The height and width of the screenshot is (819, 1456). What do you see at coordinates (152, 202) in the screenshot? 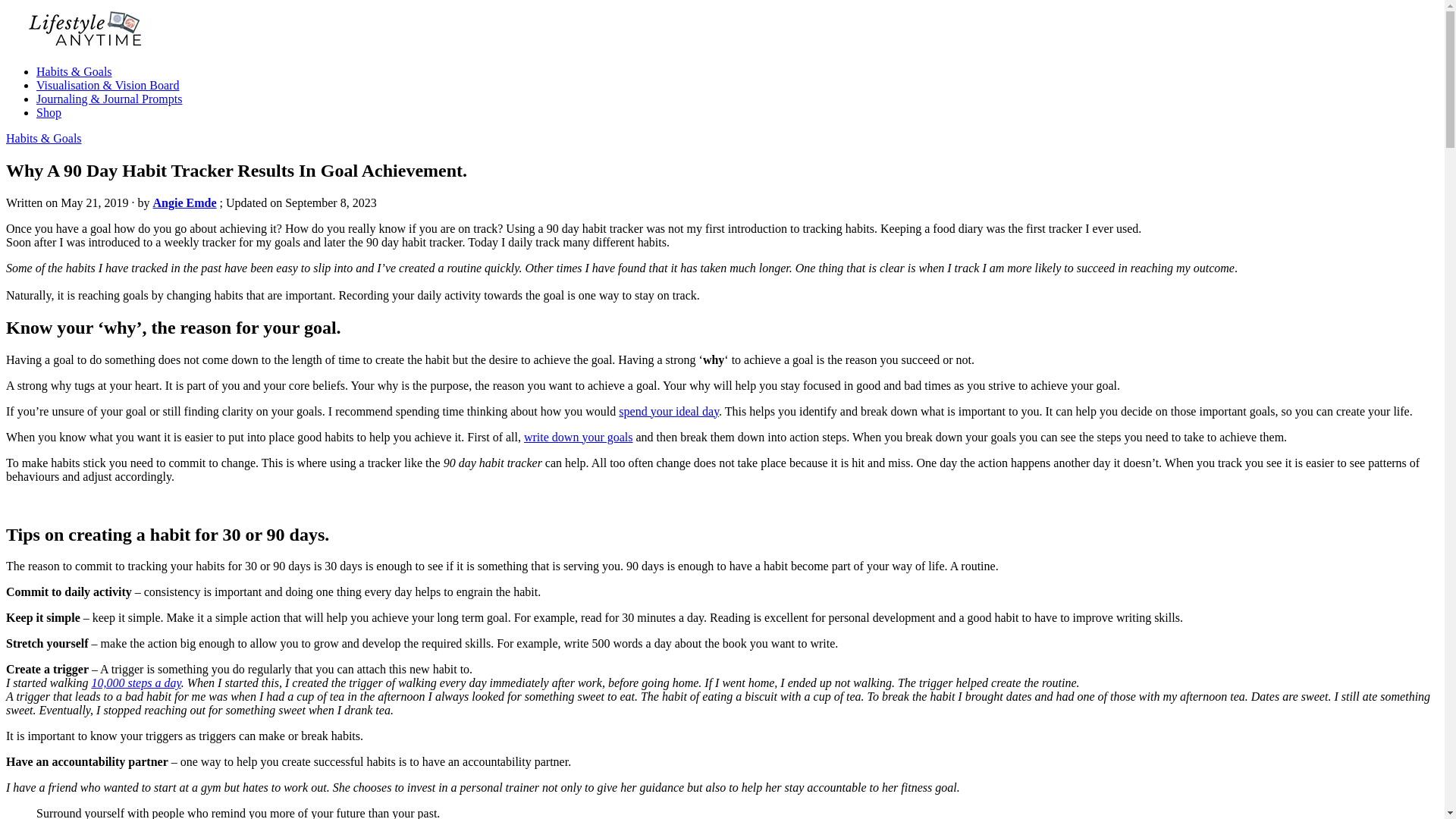
I see `'Angie Emde'` at bounding box center [152, 202].